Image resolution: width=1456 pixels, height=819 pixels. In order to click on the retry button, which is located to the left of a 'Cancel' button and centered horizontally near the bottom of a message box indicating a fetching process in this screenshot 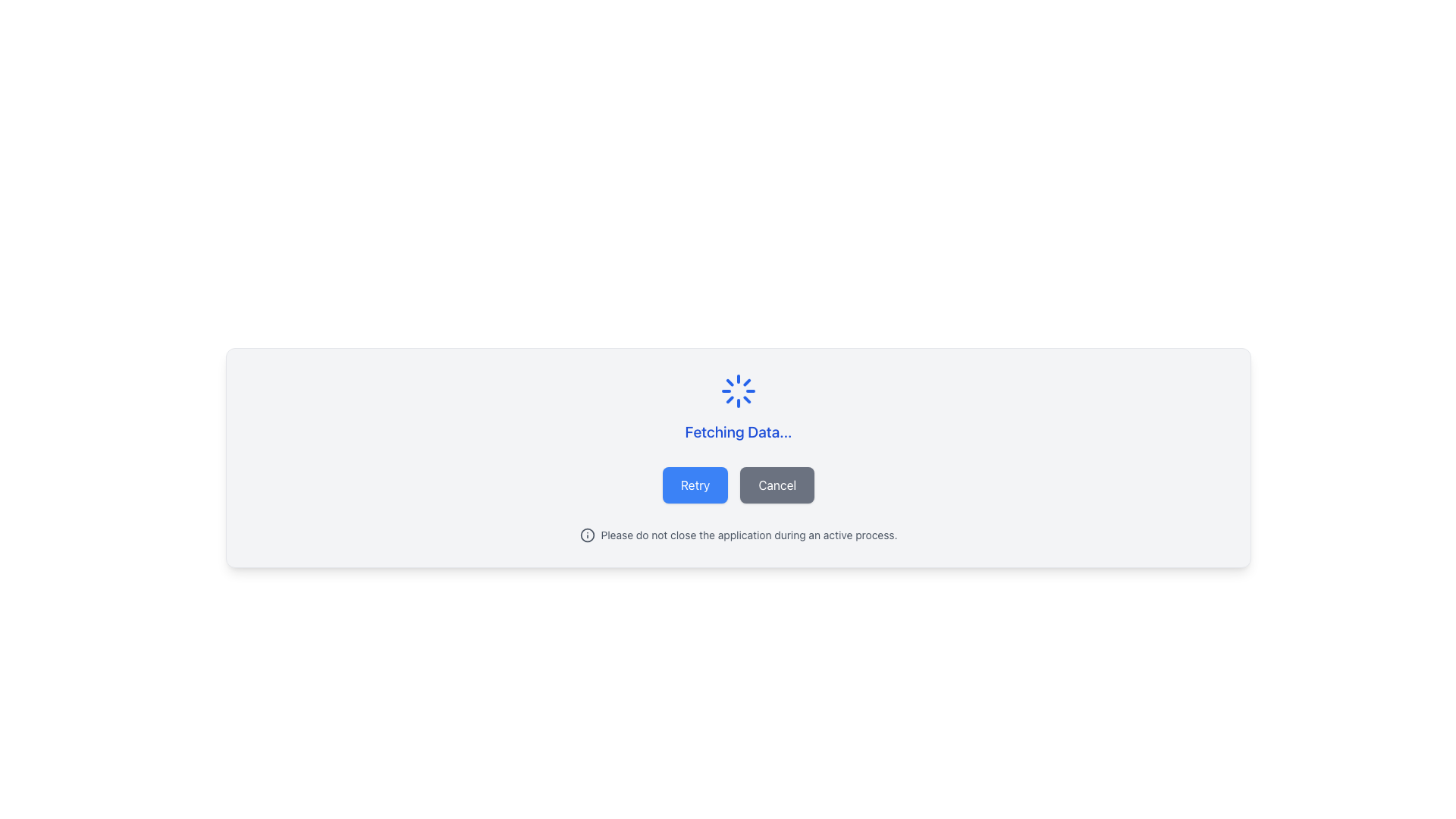, I will do `click(694, 485)`.